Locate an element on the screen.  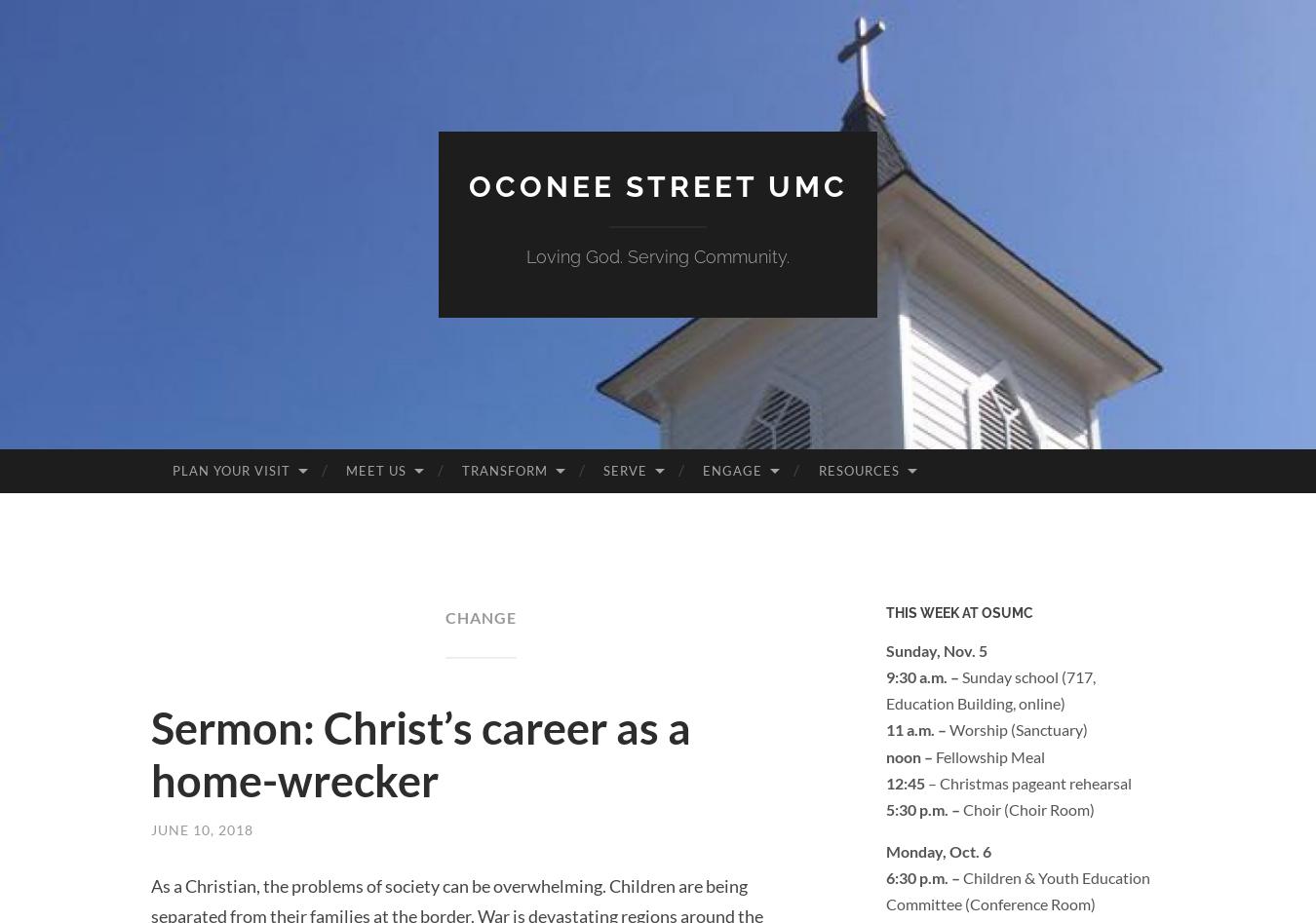
'6:30 p.m. –' is located at coordinates (922, 876).